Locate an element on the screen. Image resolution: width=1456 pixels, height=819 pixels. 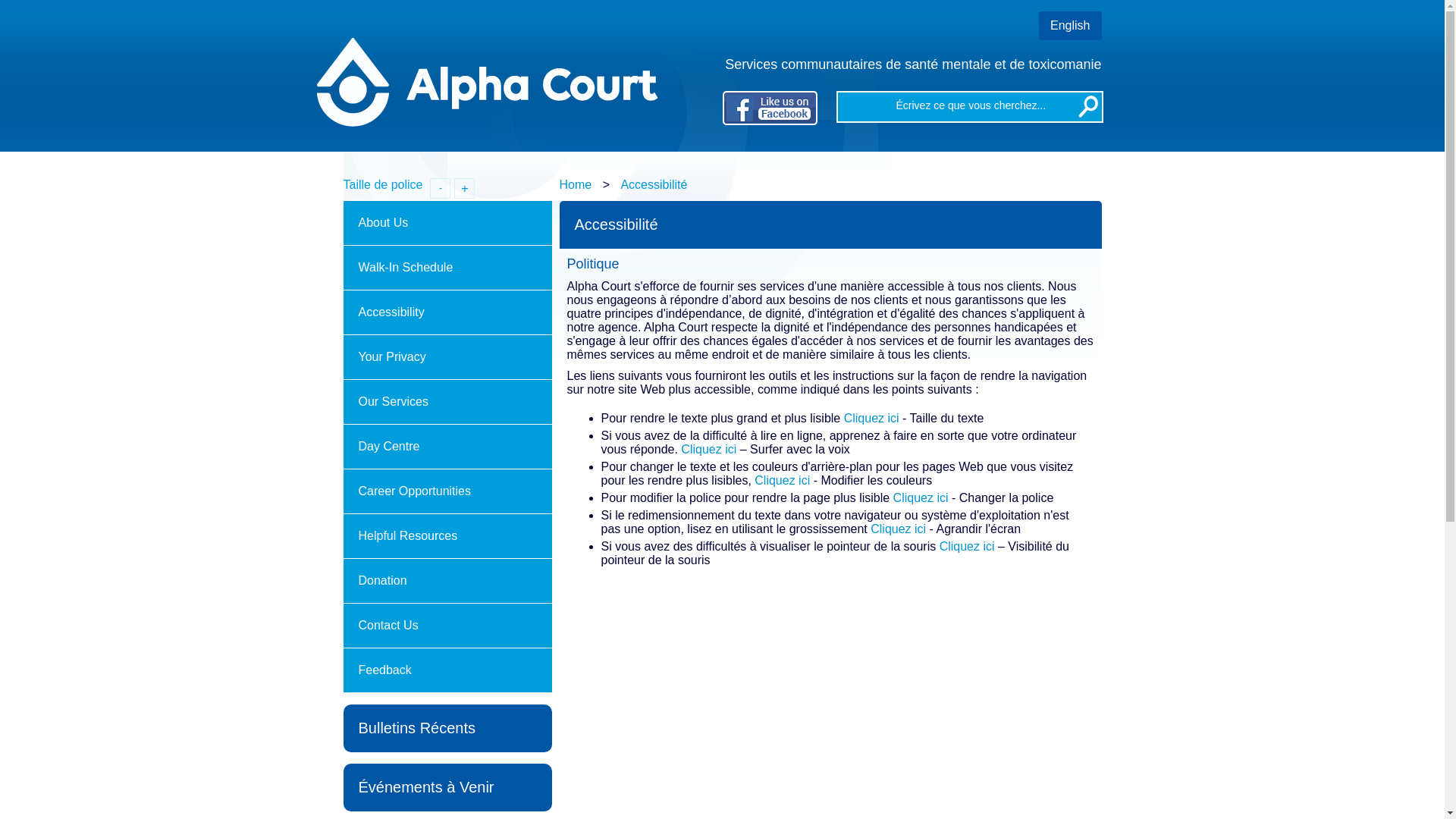
'Accessibility' is located at coordinates (341, 312).